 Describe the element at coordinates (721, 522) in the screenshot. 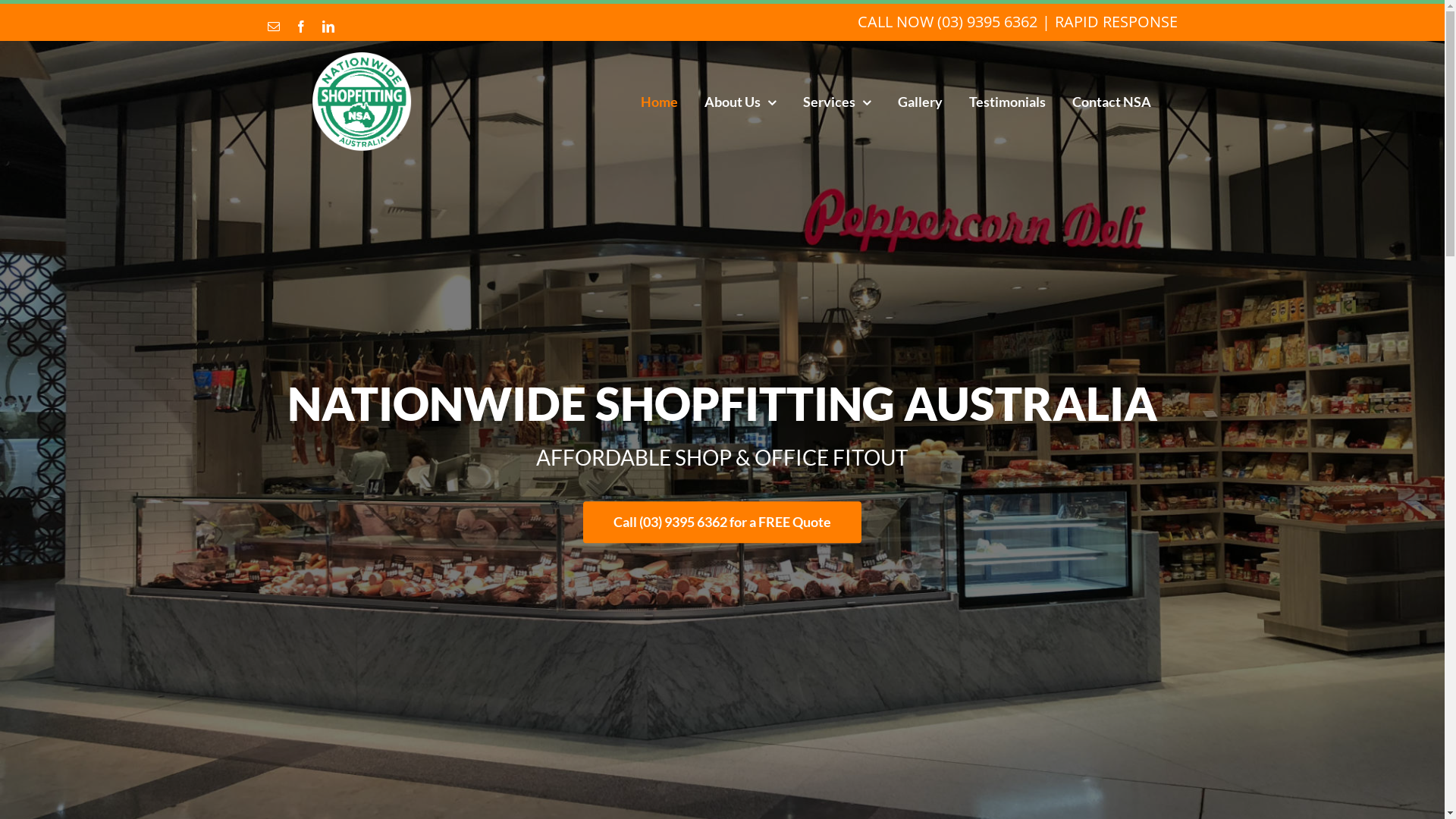

I see `'Call (03) 9395 6362 for a FREE Quote'` at that location.